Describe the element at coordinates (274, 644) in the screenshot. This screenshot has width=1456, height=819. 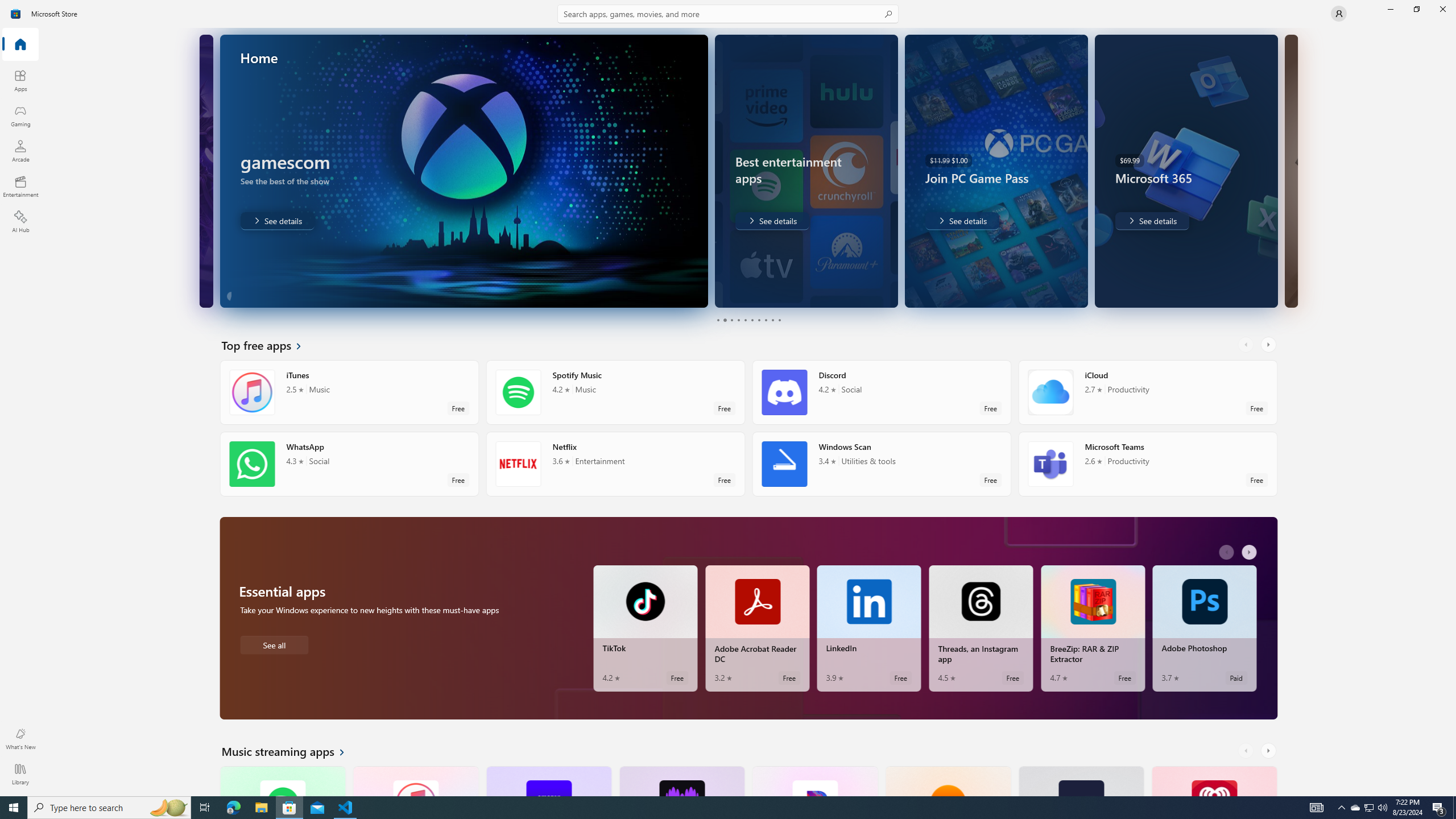
I see `'See all  Essential apps'` at that location.